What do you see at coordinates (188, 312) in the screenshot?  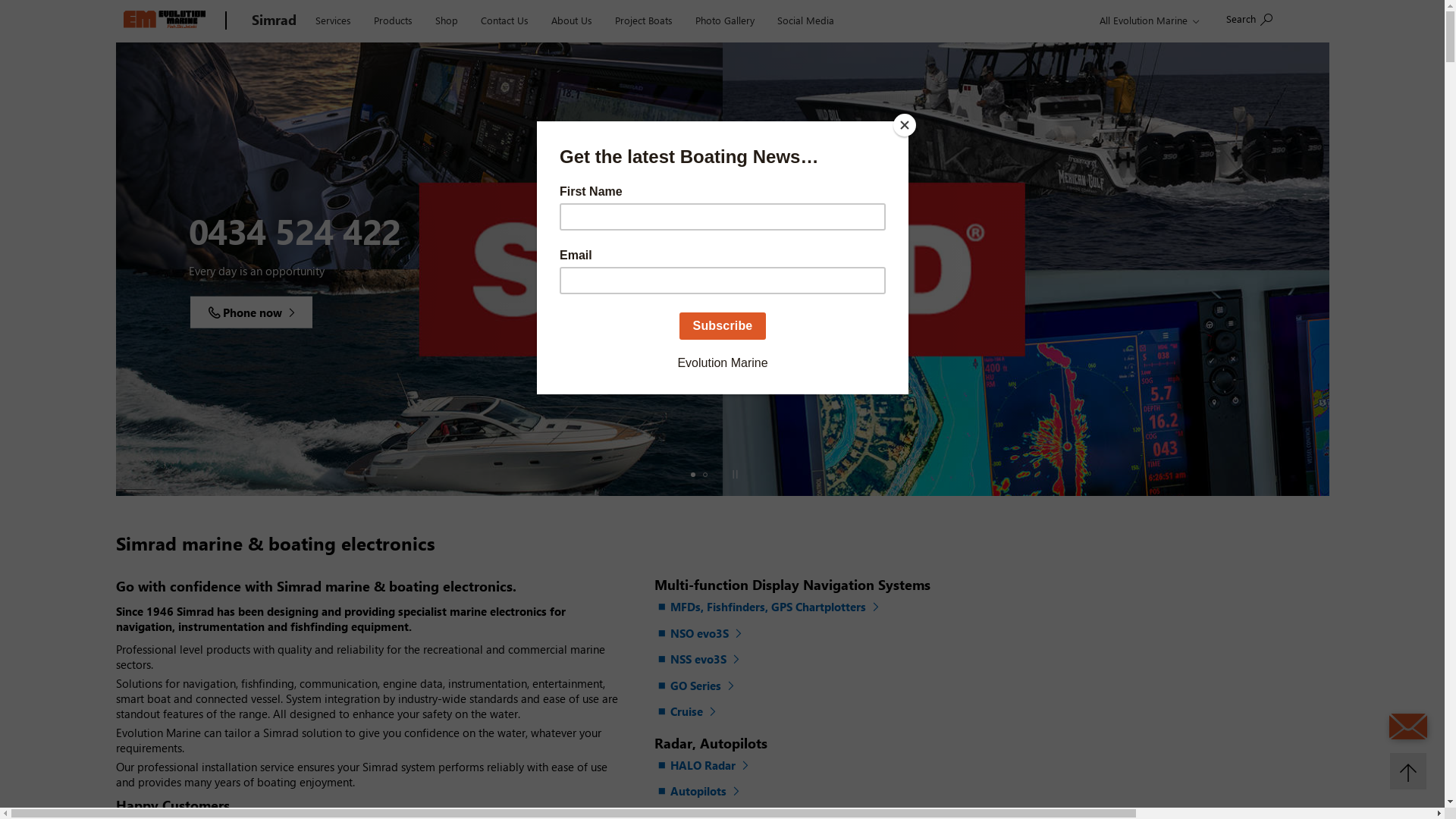 I see `'Visit now'` at bounding box center [188, 312].